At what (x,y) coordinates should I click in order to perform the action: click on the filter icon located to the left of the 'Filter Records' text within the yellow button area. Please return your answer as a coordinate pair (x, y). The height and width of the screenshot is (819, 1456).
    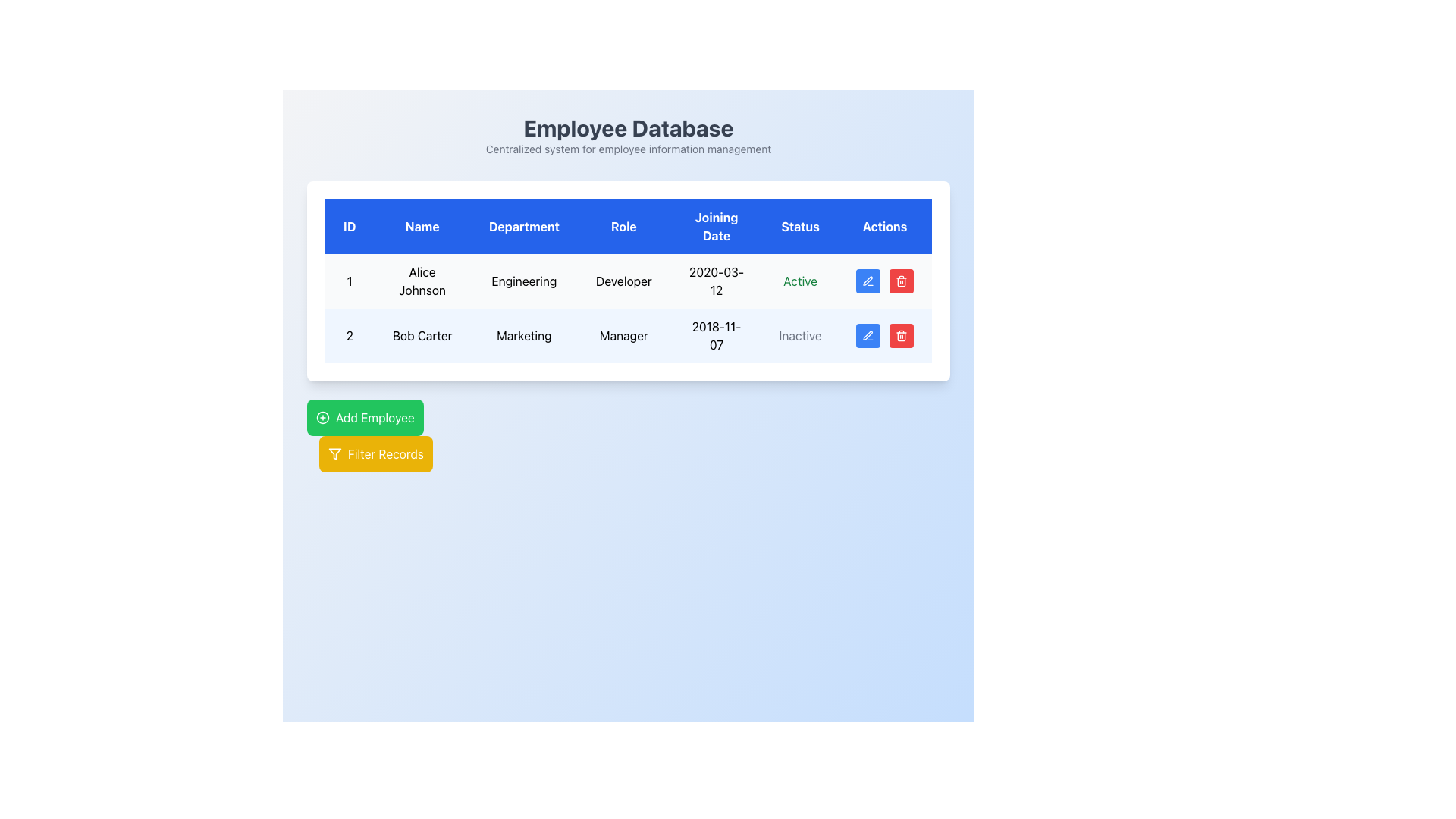
    Looking at the image, I should click on (334, 453).